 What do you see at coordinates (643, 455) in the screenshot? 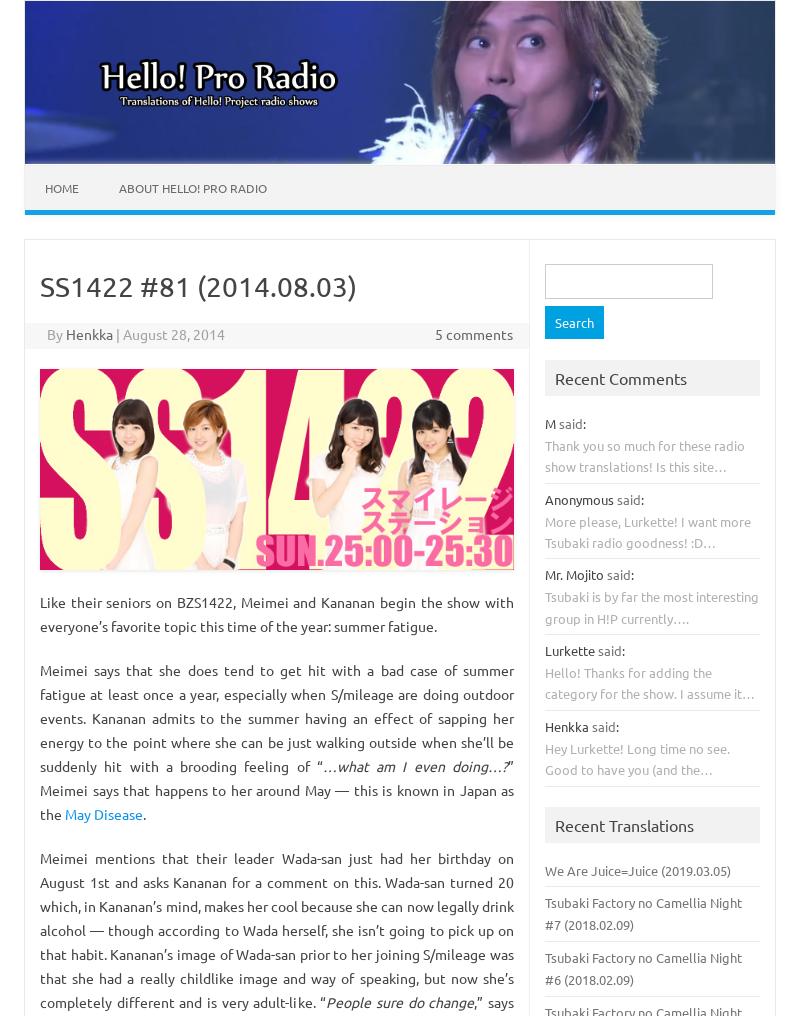
I see `'Thank you so much for these radio show translations! Is this site…'` at bounding box center [643, 455].